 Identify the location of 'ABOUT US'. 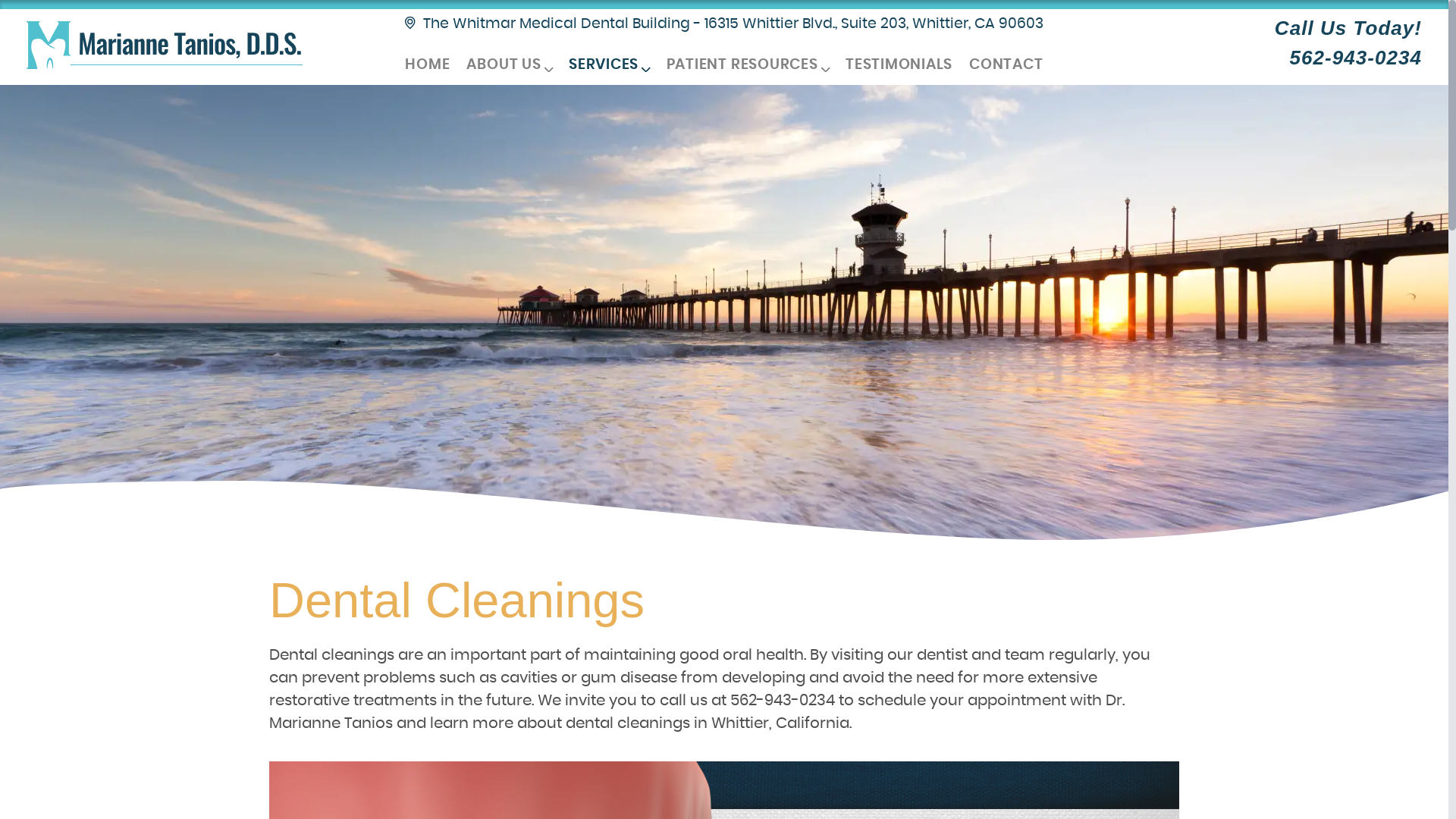
(509, 64).